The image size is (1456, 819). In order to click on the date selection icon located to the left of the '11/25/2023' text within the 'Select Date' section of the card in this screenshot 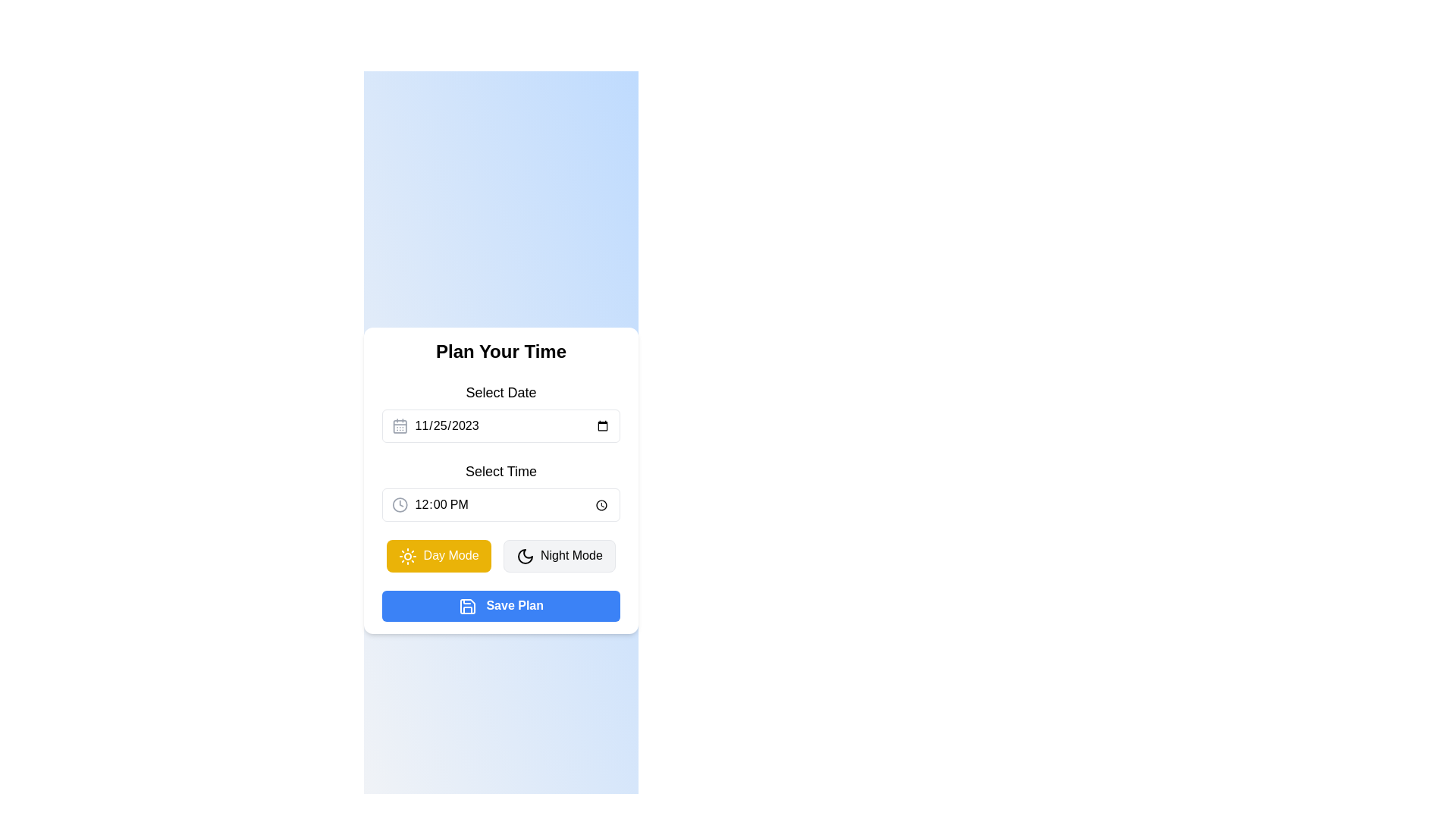, I will do `click(400, 426)`.